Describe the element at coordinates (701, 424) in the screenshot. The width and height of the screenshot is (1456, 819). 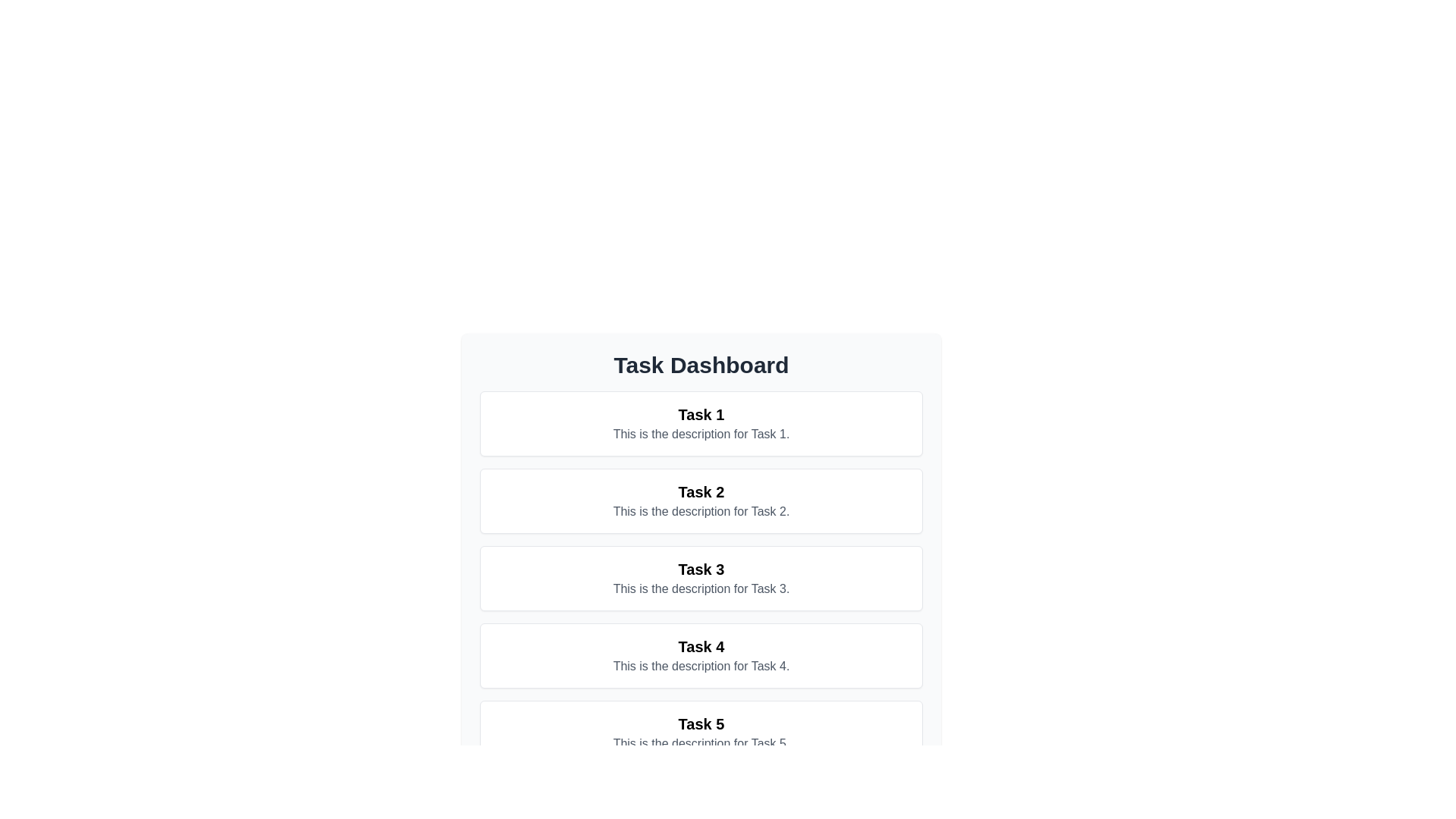
I see `the Information card titled 'Task 1', which is the first item in a vertical list of similar cards` at that location.